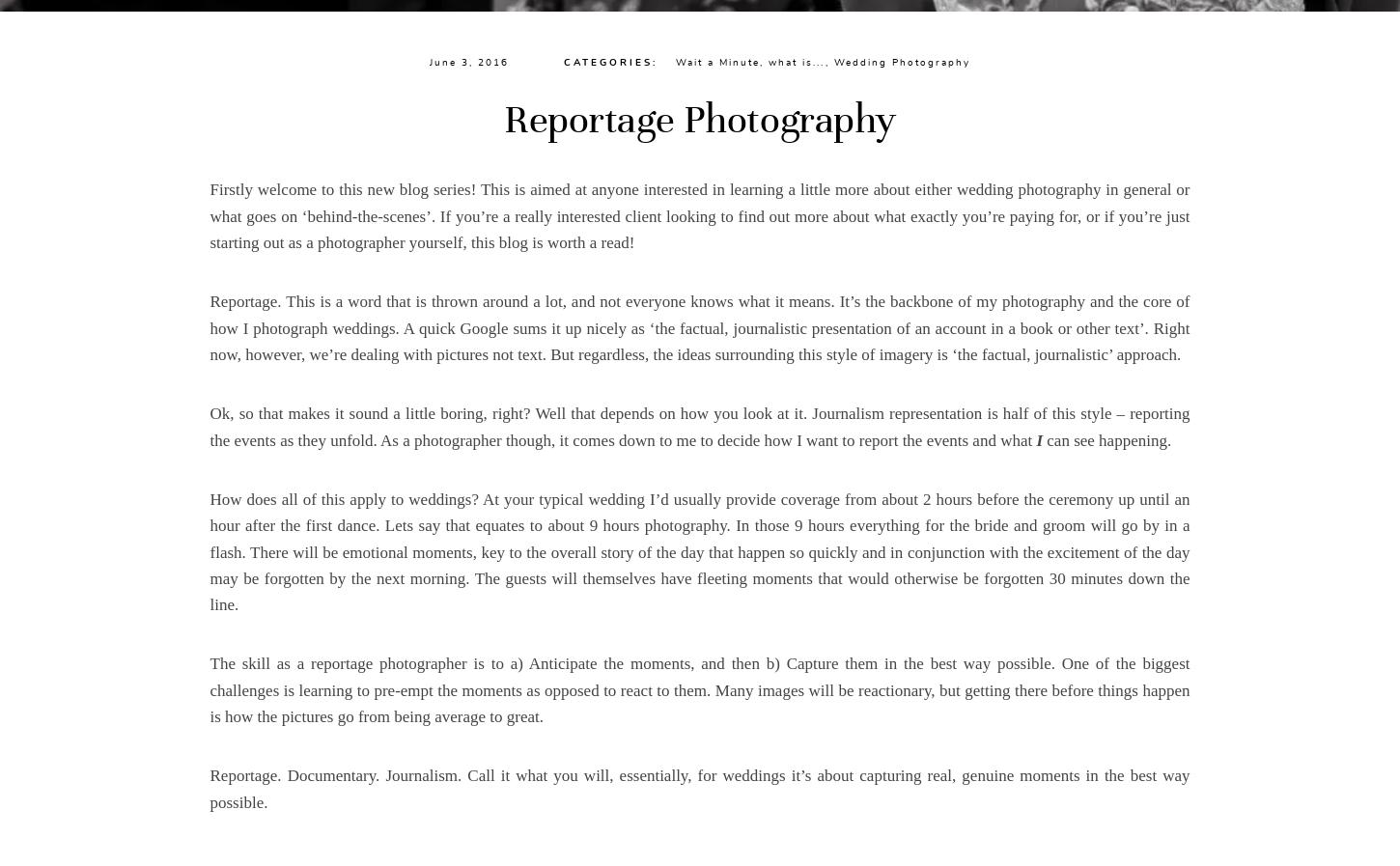 This screenshot has width=1400, height=866. What do you see at coordinates (698, 426) in the screenshot?
I see `'Ok, so that makes it sound a little boring, right? Well that depends on how you look at it. Journalism representation is half of this style – reporting the events as they unfold. As a photographer though, it comes down to me to decide how I want to report the events and what'` at bounding box center [698, 426].